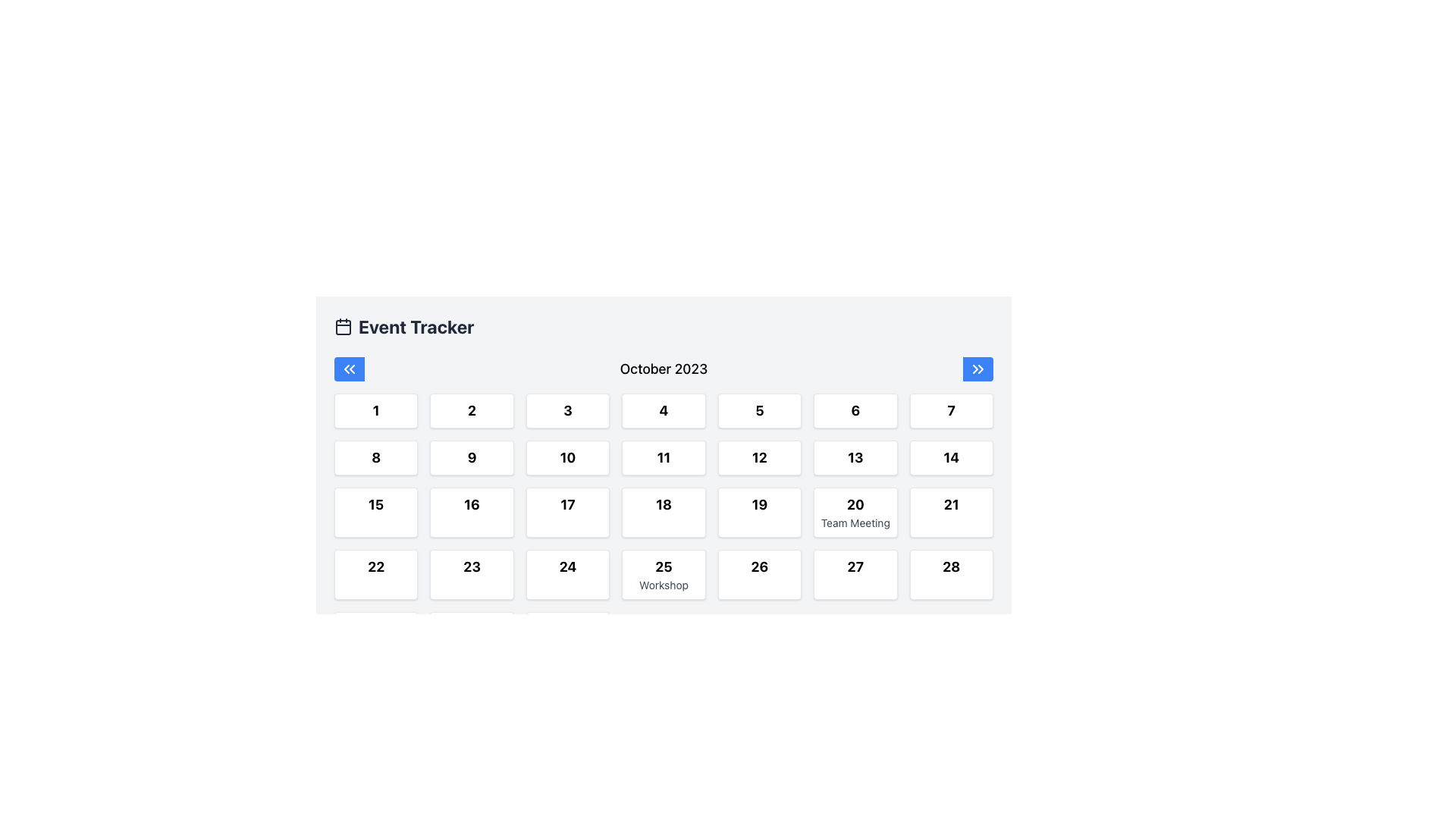  Describe the element at coordinates (348, 369) in the screenshot. I see `the navigation button located to the left of the current month and year display ('October 2023')` at that location.